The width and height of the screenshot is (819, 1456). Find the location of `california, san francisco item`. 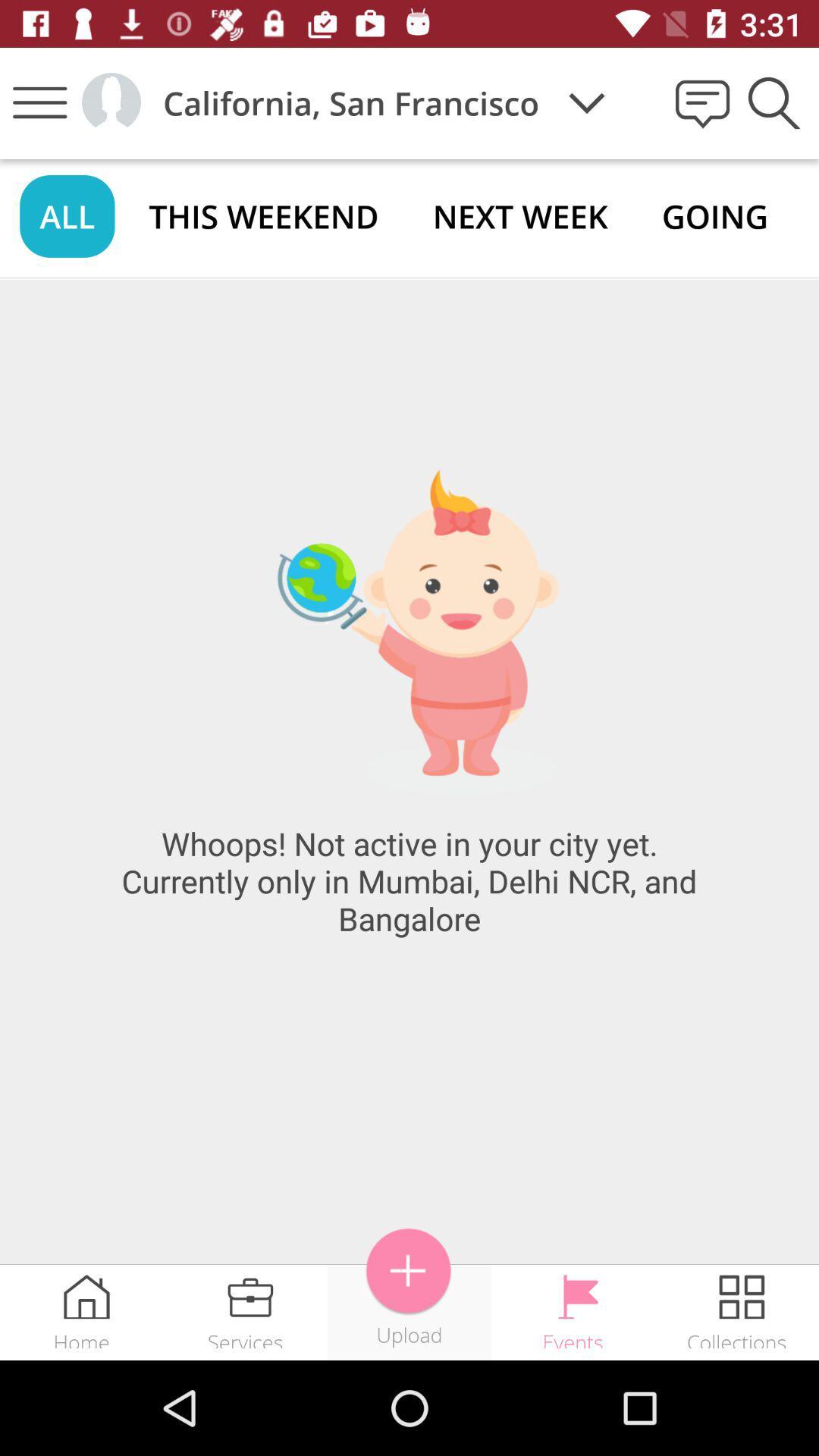

california, san francisco item is located at coordinates (351, 102).